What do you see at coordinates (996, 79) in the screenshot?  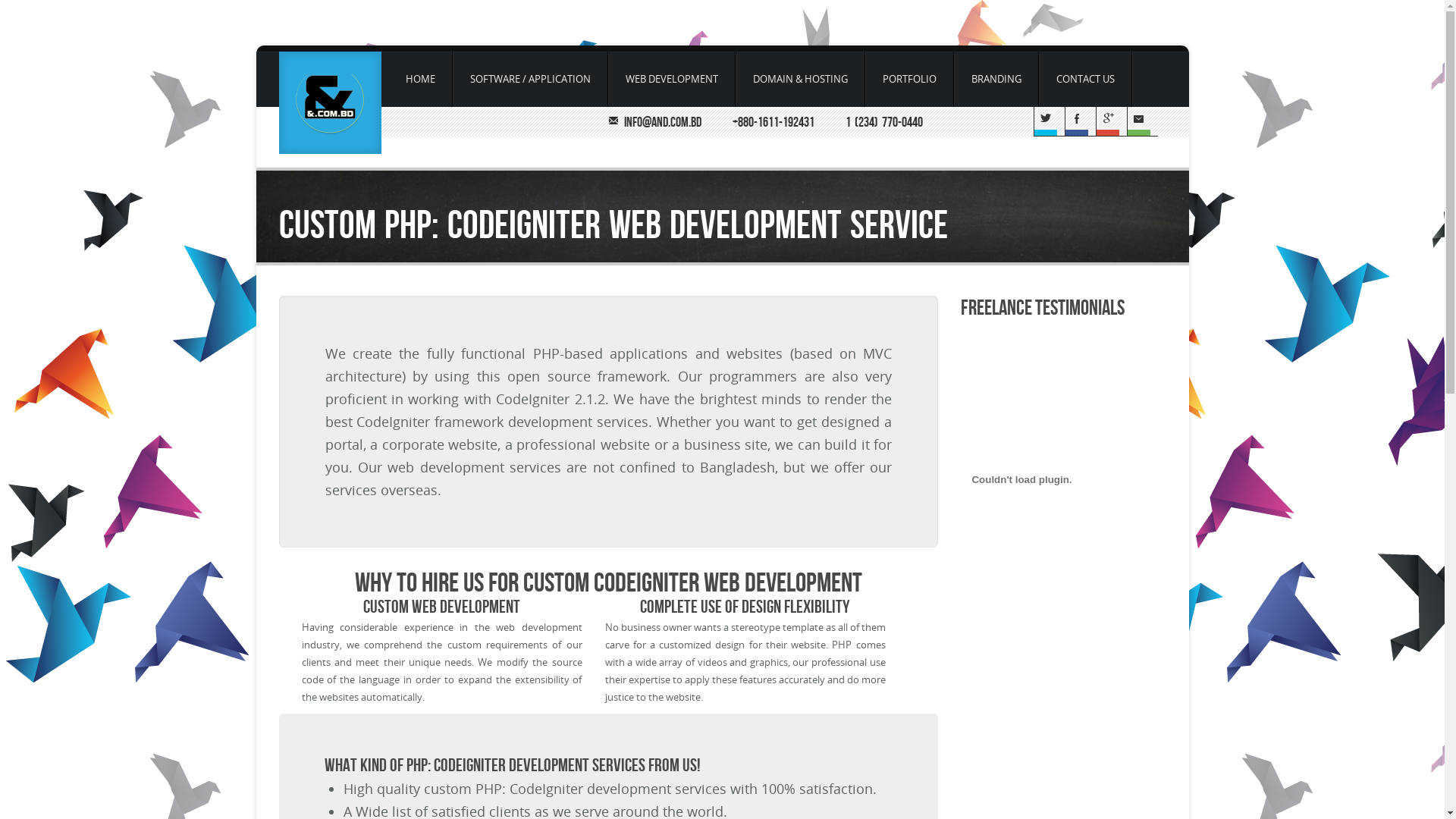 I see `'BRANDING'` at bounding box center [996, 79].